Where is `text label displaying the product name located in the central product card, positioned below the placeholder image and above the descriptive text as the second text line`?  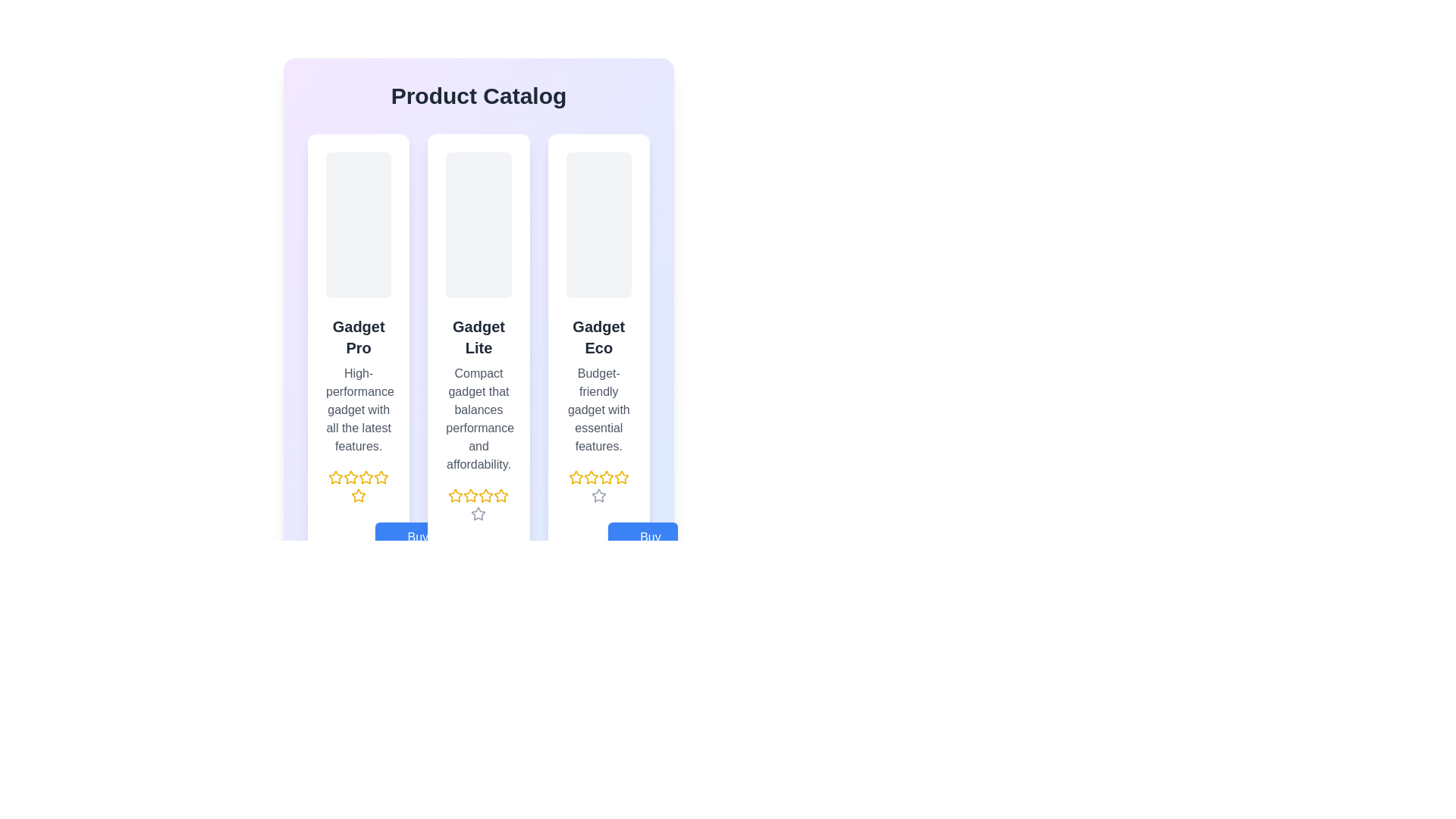
text label displaying the product name located in the central product card, positioned below the placeholder image and above the descriptive text as the second text line is located at coordinates (478, 336).